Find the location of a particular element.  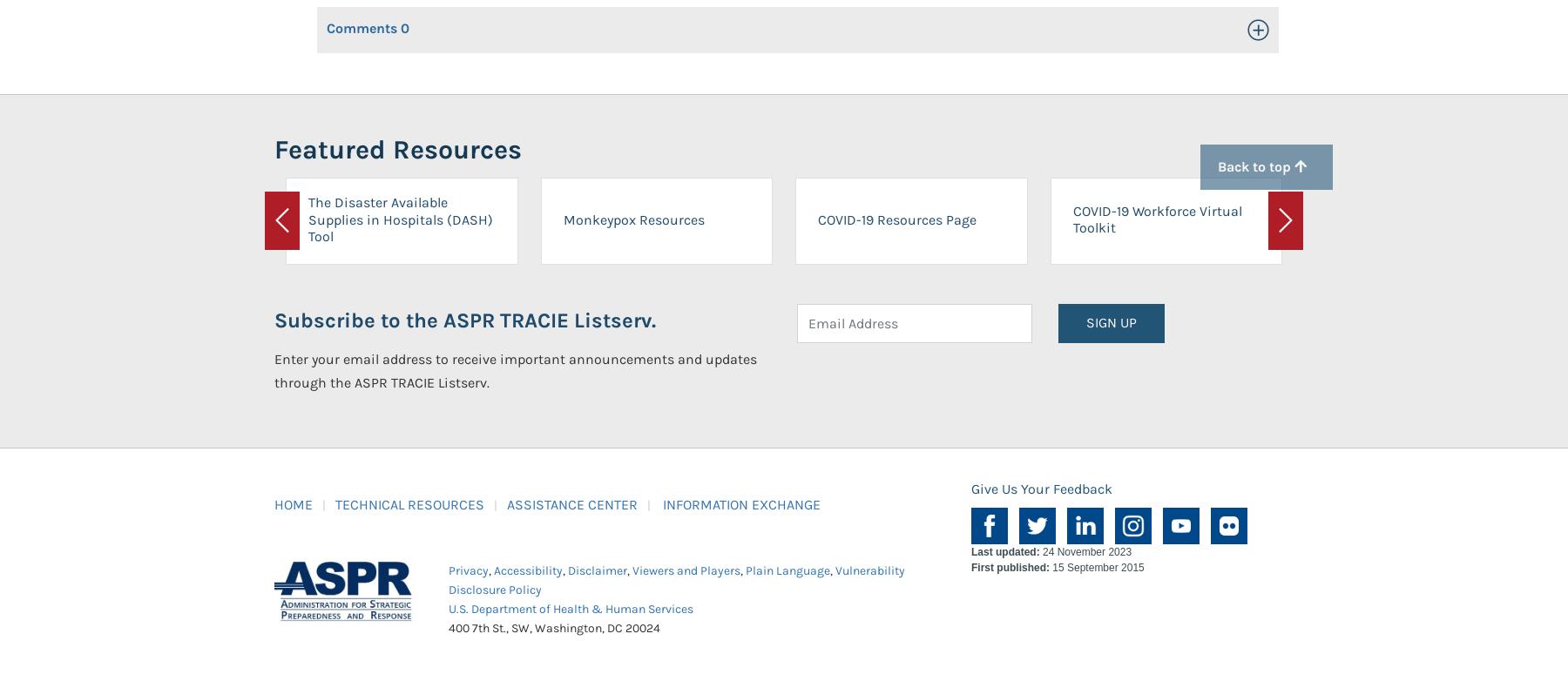

'SIGN UP' is located at coordinates (1112, 321).